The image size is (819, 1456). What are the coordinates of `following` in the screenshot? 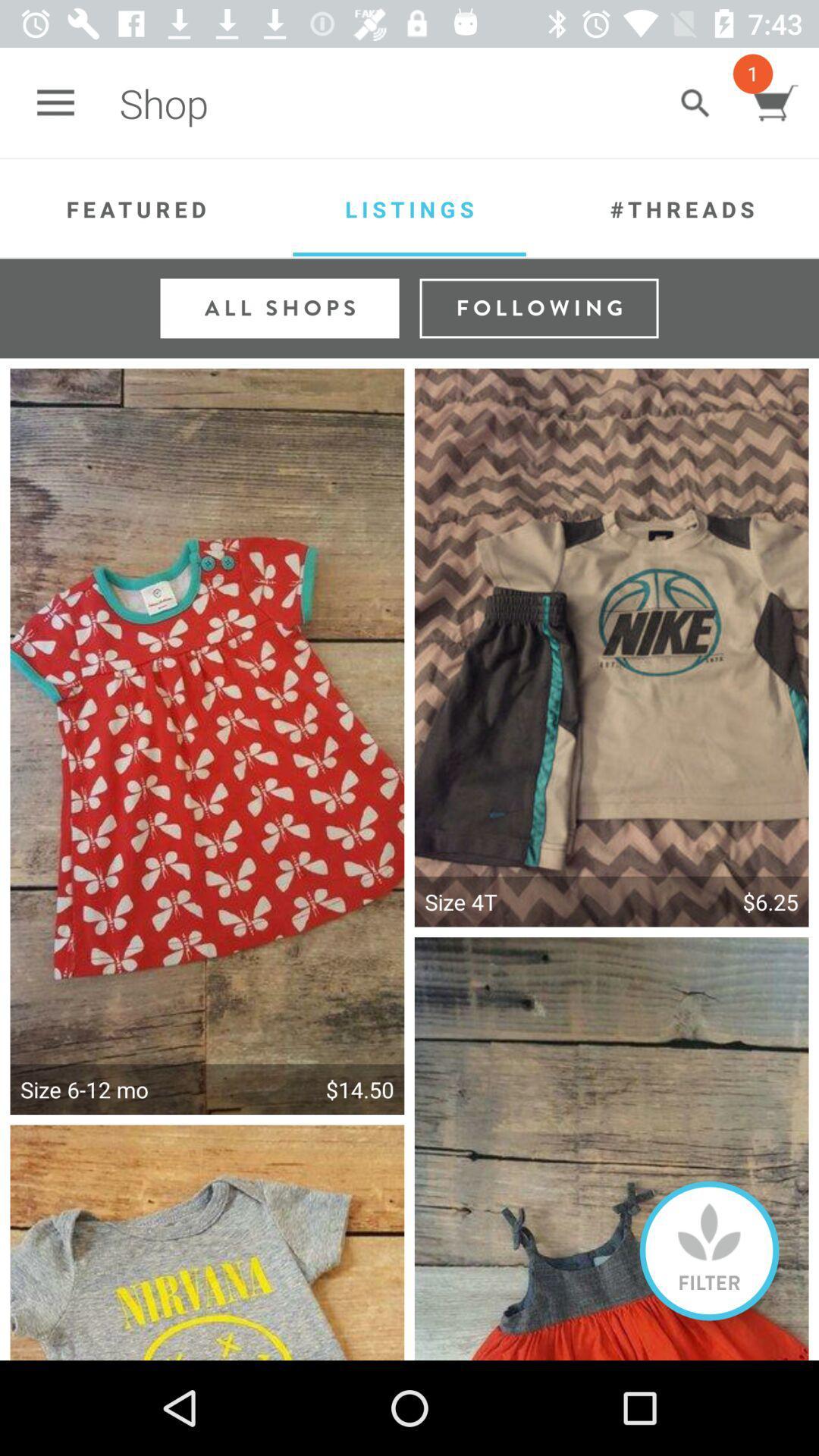 It's located at (538, 307).